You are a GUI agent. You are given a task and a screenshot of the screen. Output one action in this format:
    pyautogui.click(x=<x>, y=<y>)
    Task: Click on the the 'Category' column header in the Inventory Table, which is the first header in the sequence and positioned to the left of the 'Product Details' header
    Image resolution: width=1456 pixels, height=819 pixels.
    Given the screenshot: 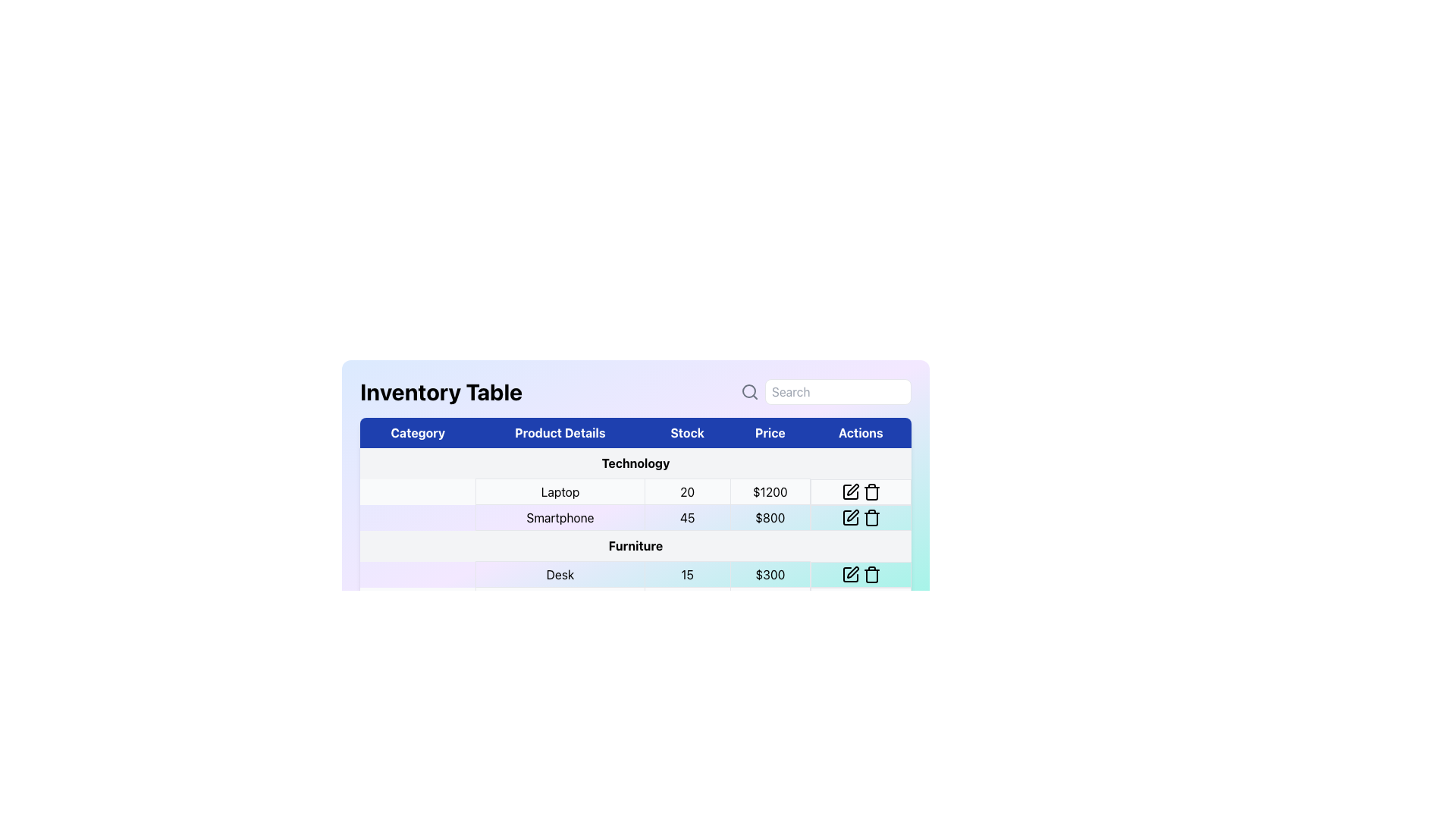 What is the action you would take?
    pyautogui.click(x=418, y=432)
    